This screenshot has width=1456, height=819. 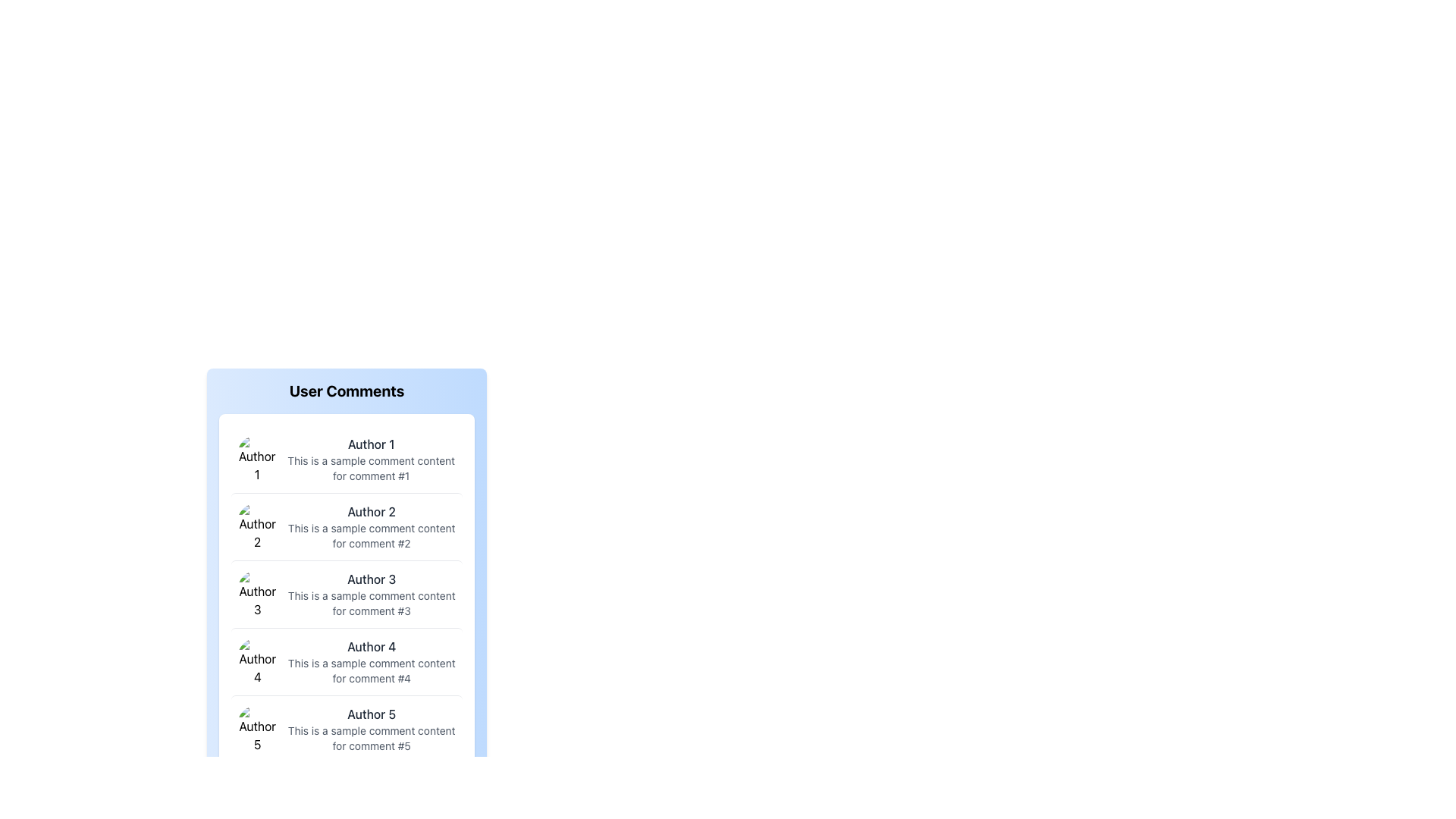 What do you see at coordinates (346, 526) in the screenshot?
I see `on the author's name in the second list item of user comments` at bounding box center [346, 526].